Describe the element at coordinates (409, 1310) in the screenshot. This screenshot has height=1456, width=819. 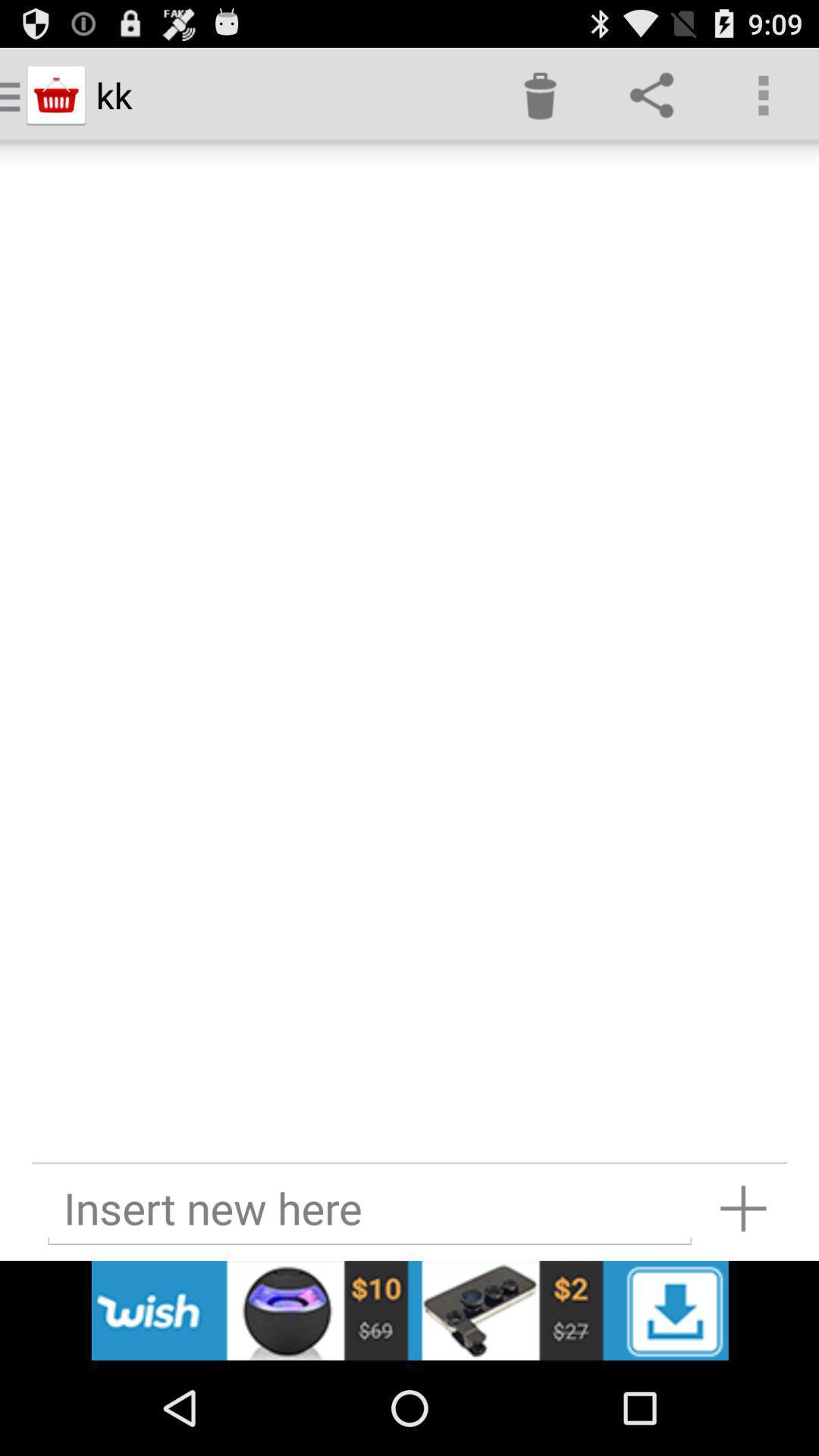
I see `open advertisement` at that location.